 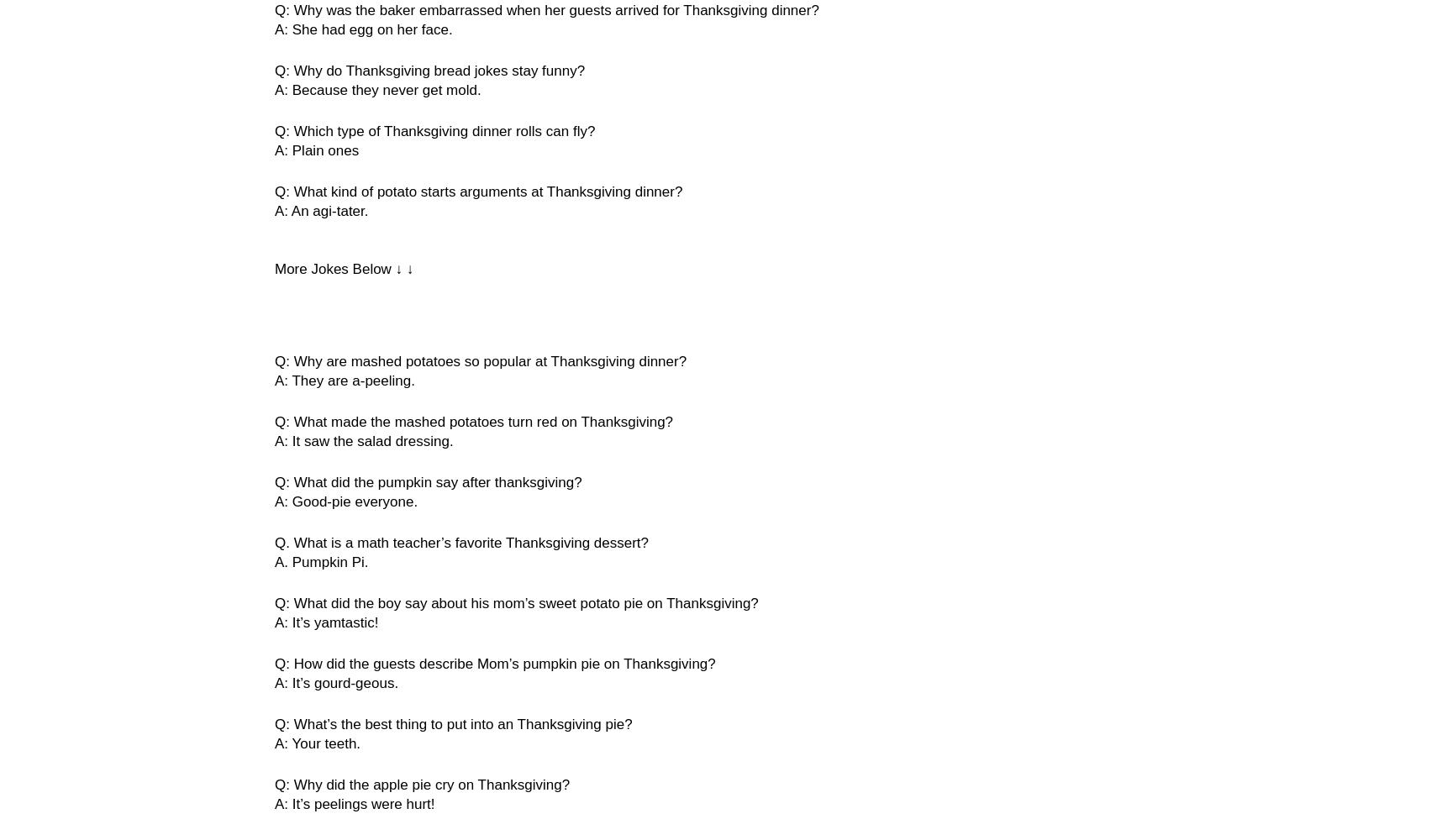 I want to click on 'Q: Why was the baker embarrassed when her guests arrived for Thanksgiving dinner?', so click(x=546, y=10).